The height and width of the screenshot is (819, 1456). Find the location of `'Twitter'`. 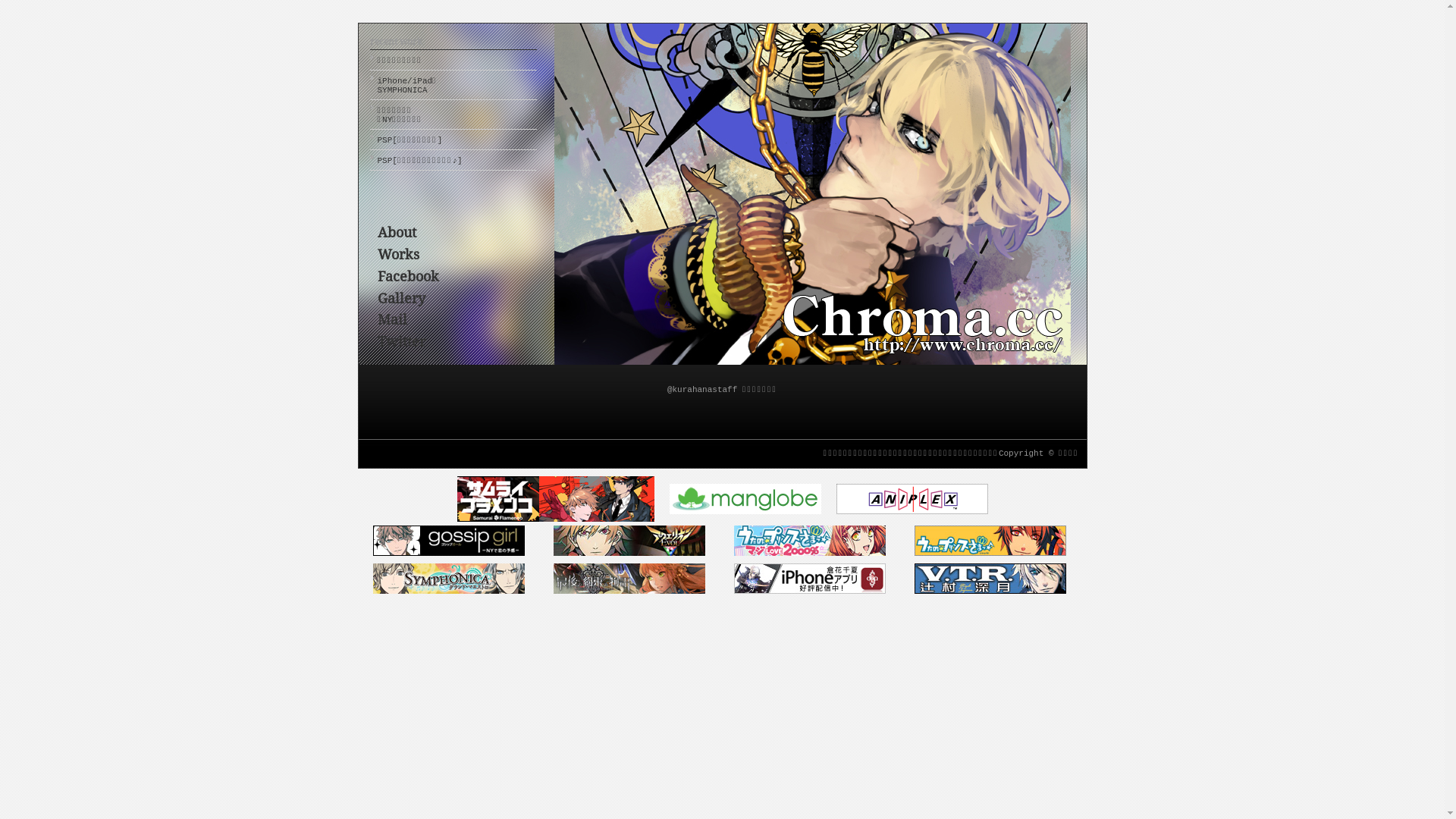

'Twitter' is located at coordinates (401, 341).